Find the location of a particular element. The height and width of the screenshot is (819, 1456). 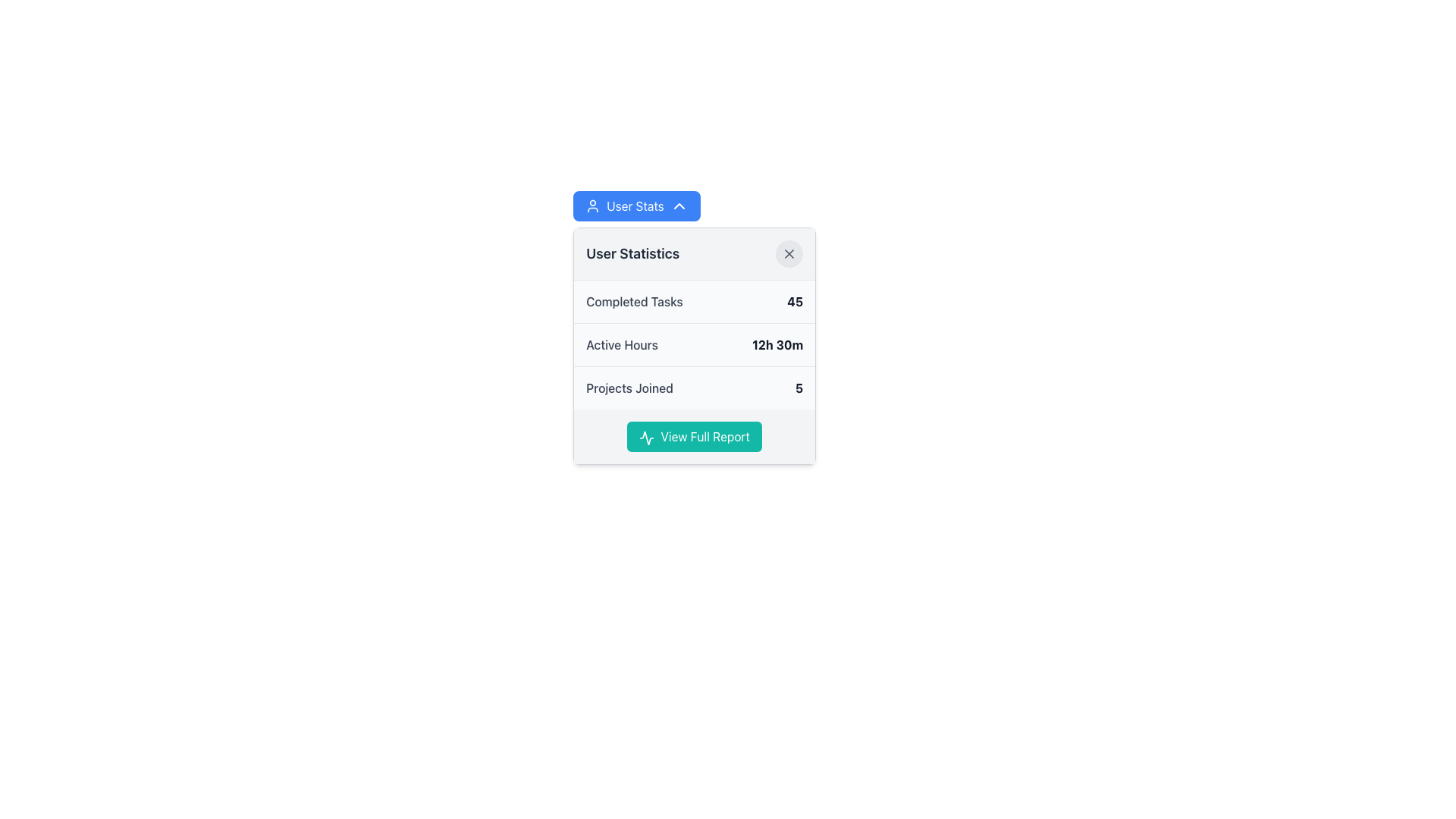

the button labeled 'View Full Report' with a teal background and white text for visual feedback is located at coordinates (694, 436).